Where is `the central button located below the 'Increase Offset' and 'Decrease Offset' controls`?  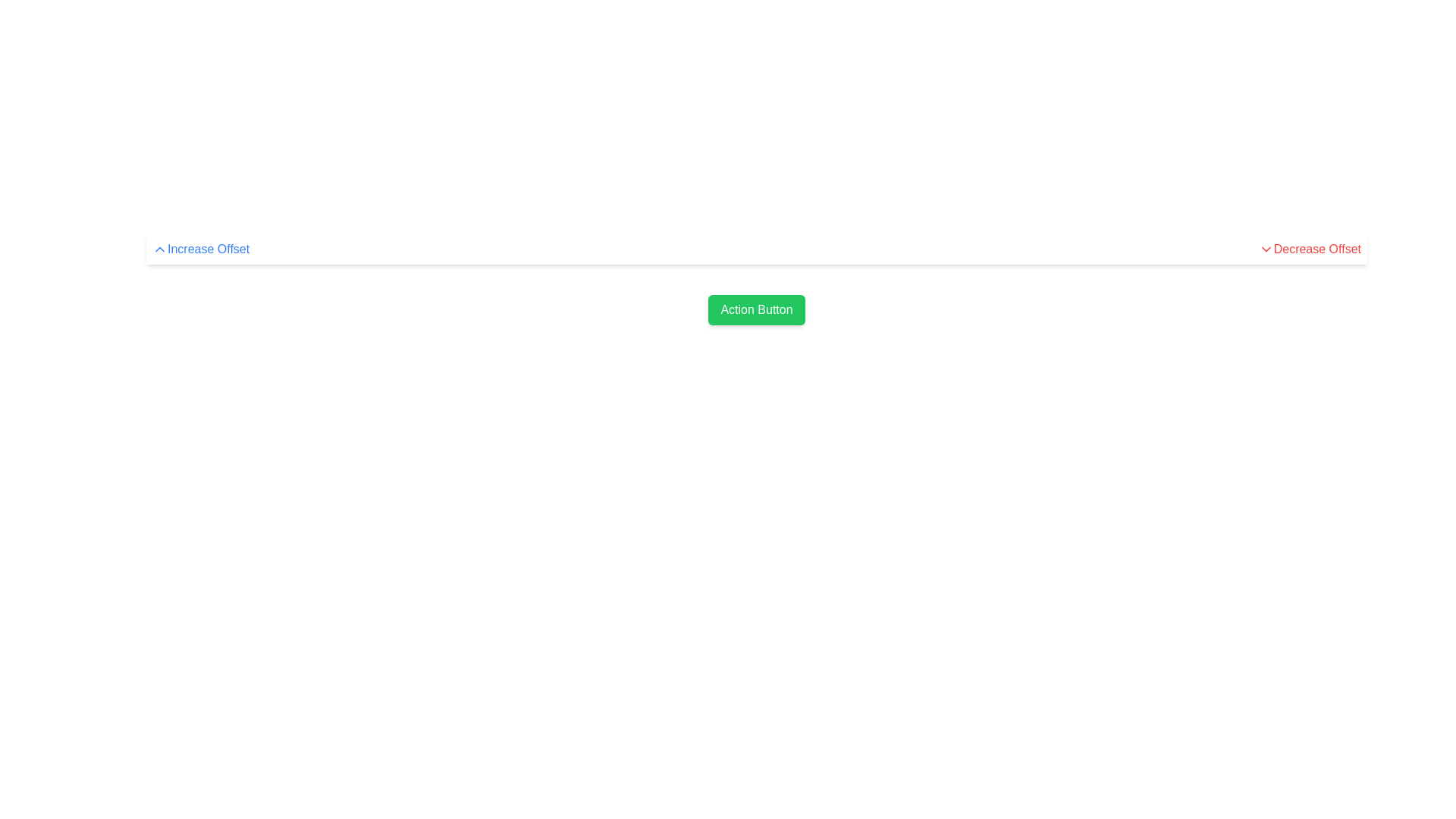 the central button located below the 'Increase Offset' and 'Decrease Offset' controls is located at coordinates (757, 309).